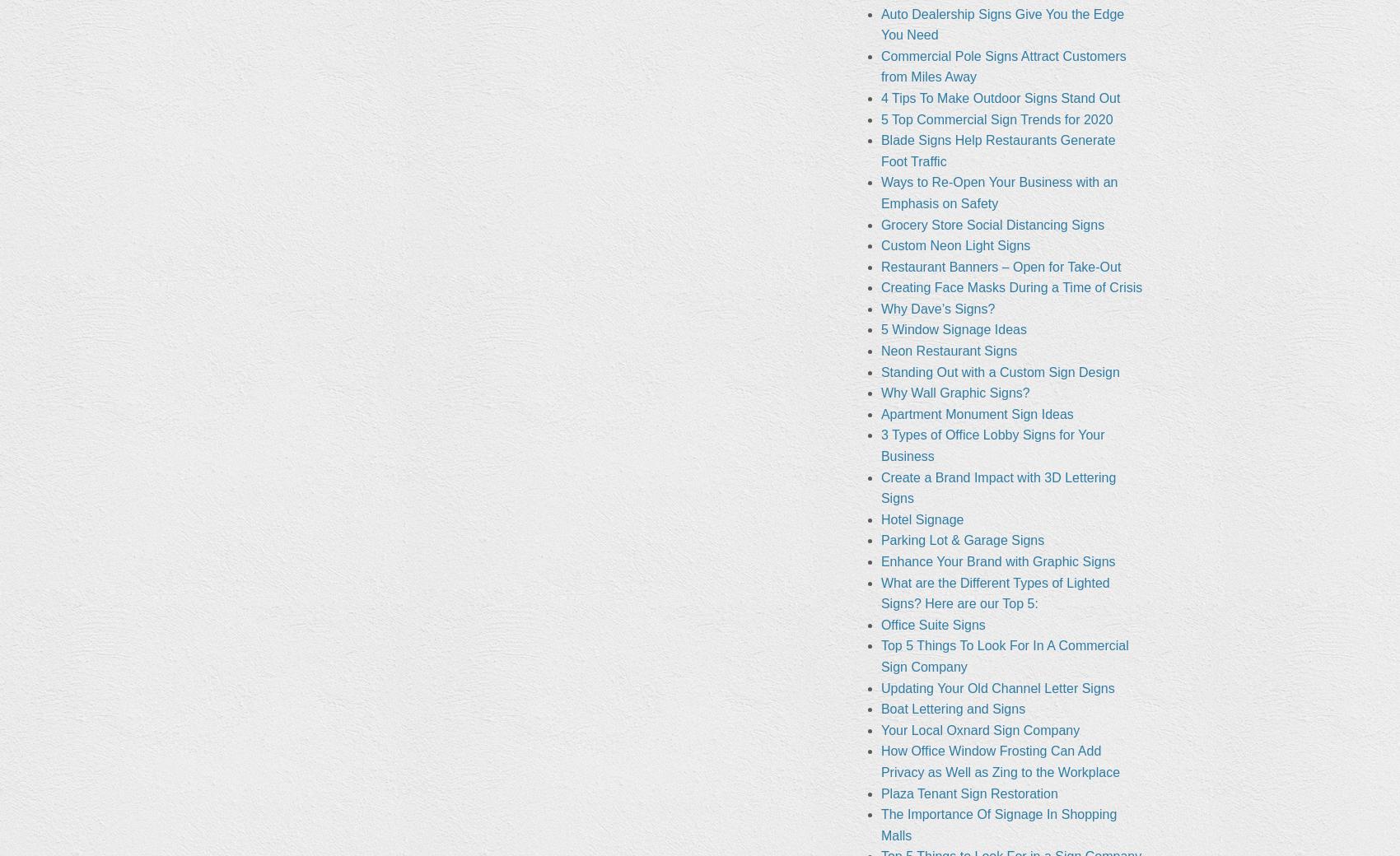 Image resolution: width=1400 pixels, height=856 pixels. Describe the element at coordinates (994, 593) in the screenshot. I see `'What are the Different Types of Lighted Signs? Here are our Top 5:'` at that location.